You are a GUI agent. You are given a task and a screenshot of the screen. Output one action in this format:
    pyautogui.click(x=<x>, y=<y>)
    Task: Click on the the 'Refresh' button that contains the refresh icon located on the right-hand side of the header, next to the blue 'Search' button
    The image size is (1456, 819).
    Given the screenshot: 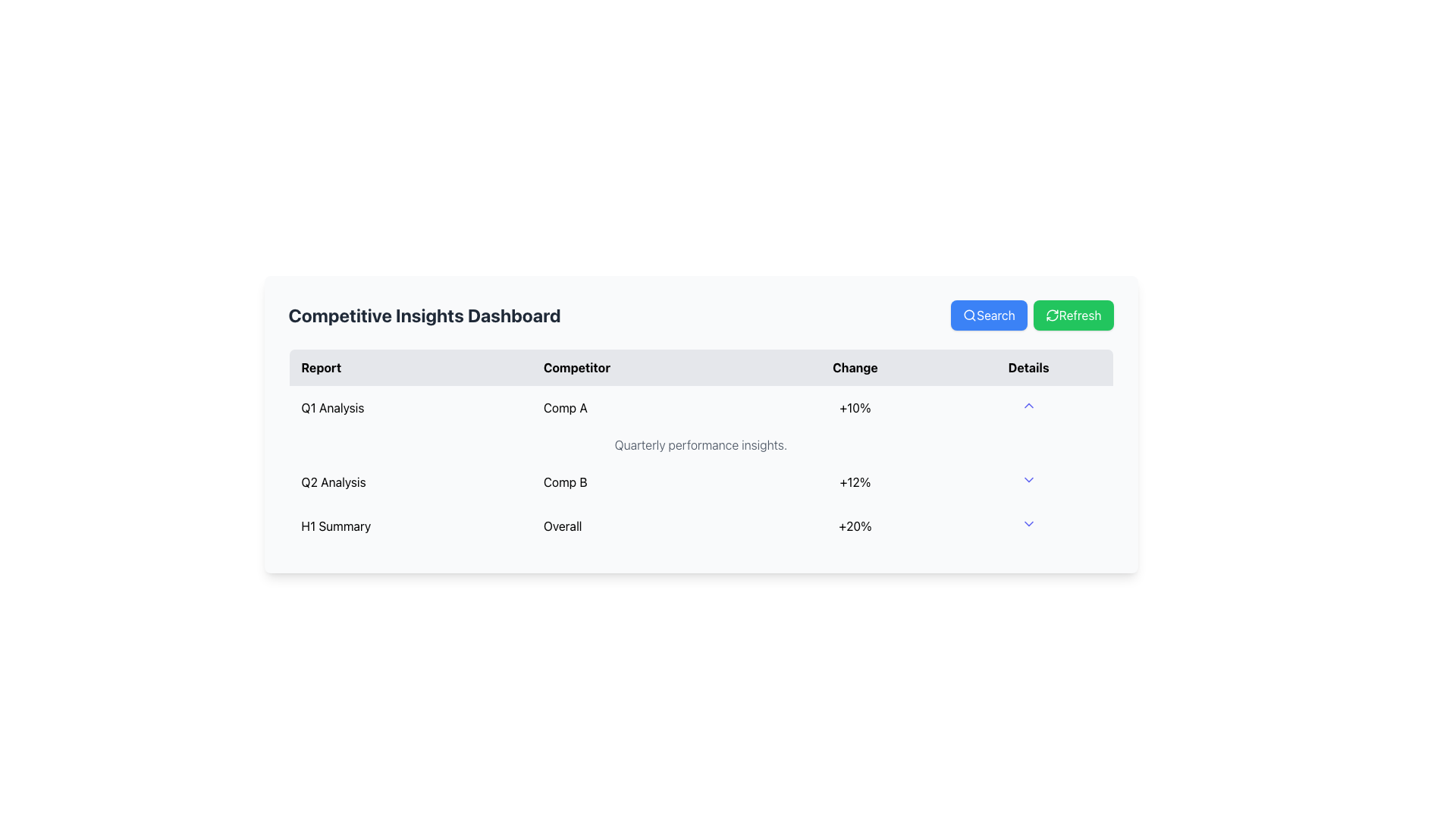 What is the action you would take?
    pyautogui.click(x=1051, y=315)
    